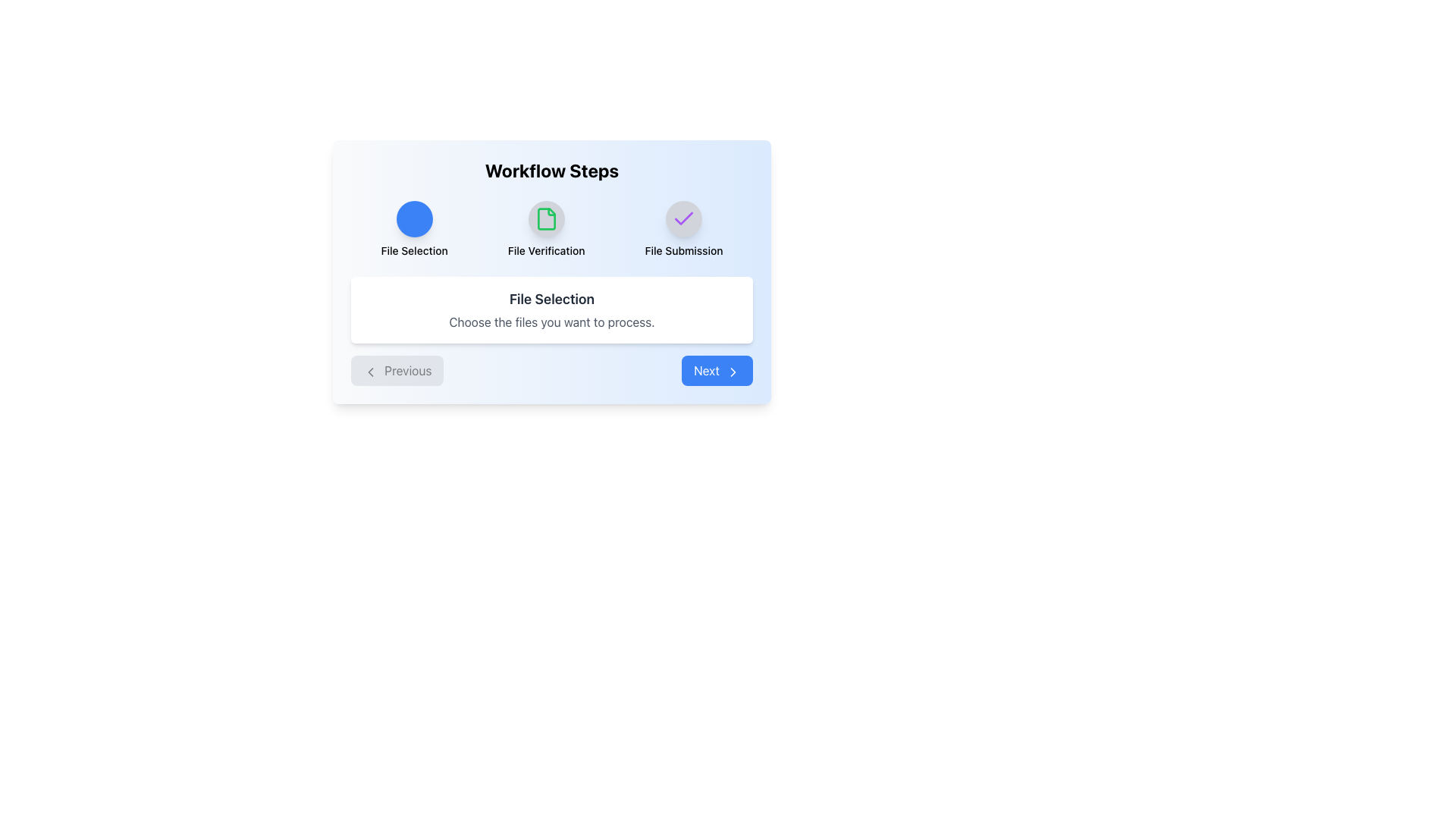 The image size is (1456, 819). I want to click on the Text Label that provides a title or description related to the action represented by the blue icon above it, located centrally in the interface, so click(414, 250).